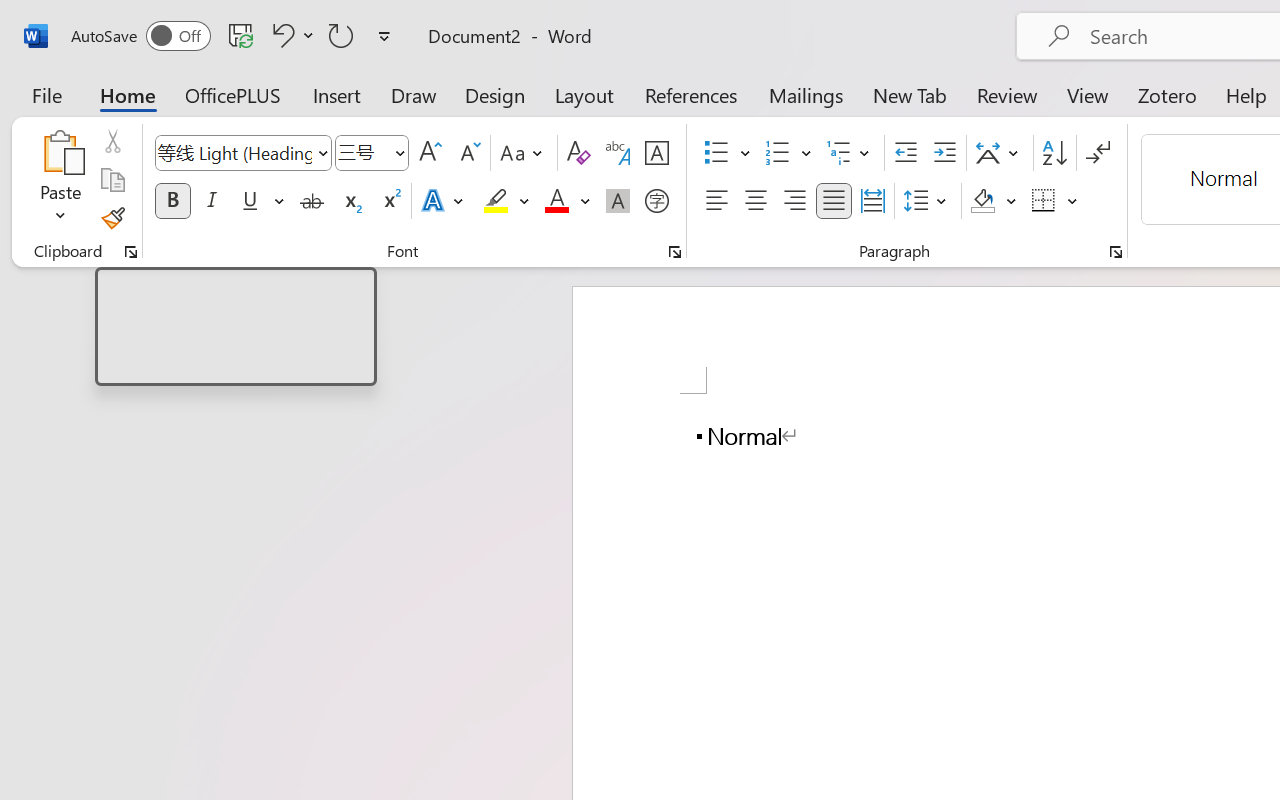 This screenshot has height=800, width=1280. I want to click on 'Paragraph...', so click(1114, 251).